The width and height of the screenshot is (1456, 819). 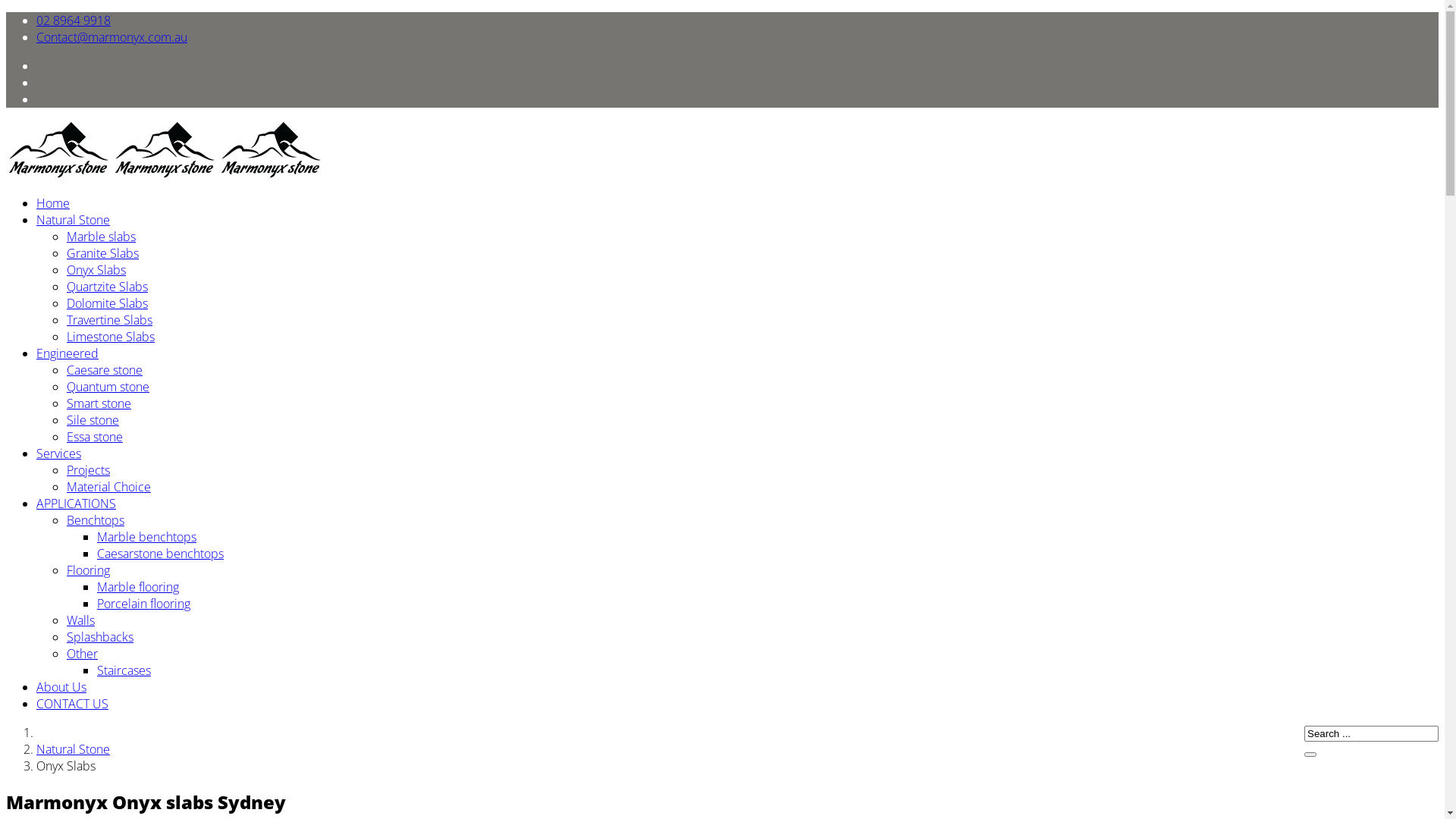 What do you see at coordinates (72, 748) in the screenshot?
I see `'Natural Stone'` at bounding box center [72, 748].